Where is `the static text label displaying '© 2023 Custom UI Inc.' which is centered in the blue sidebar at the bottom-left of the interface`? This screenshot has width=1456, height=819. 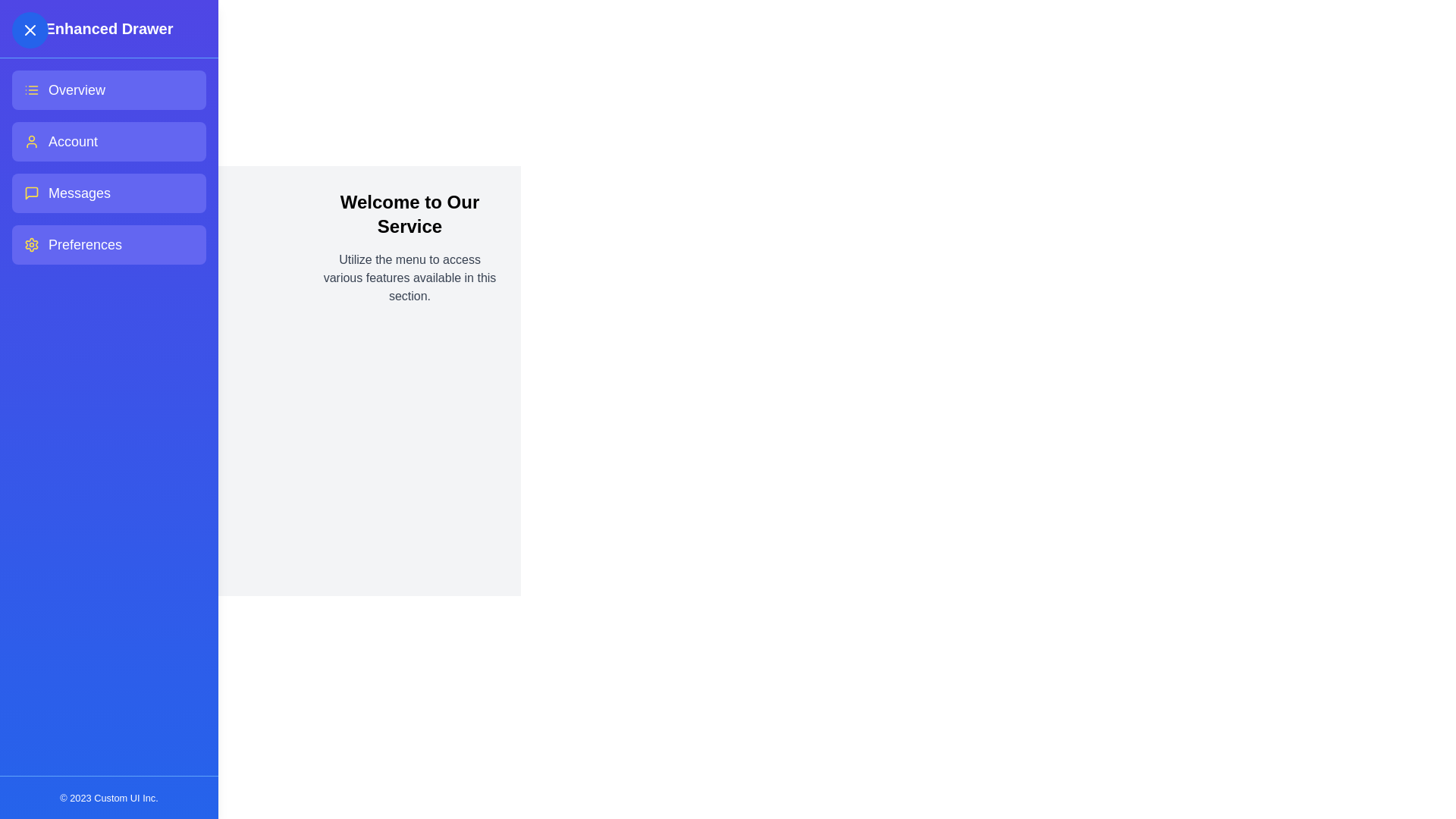 the static text label displaying '© 2023 Custom UI Inc.' which is centered in the blue sidebar at the bottom-left of the interface is located at coordinates (108, 797).